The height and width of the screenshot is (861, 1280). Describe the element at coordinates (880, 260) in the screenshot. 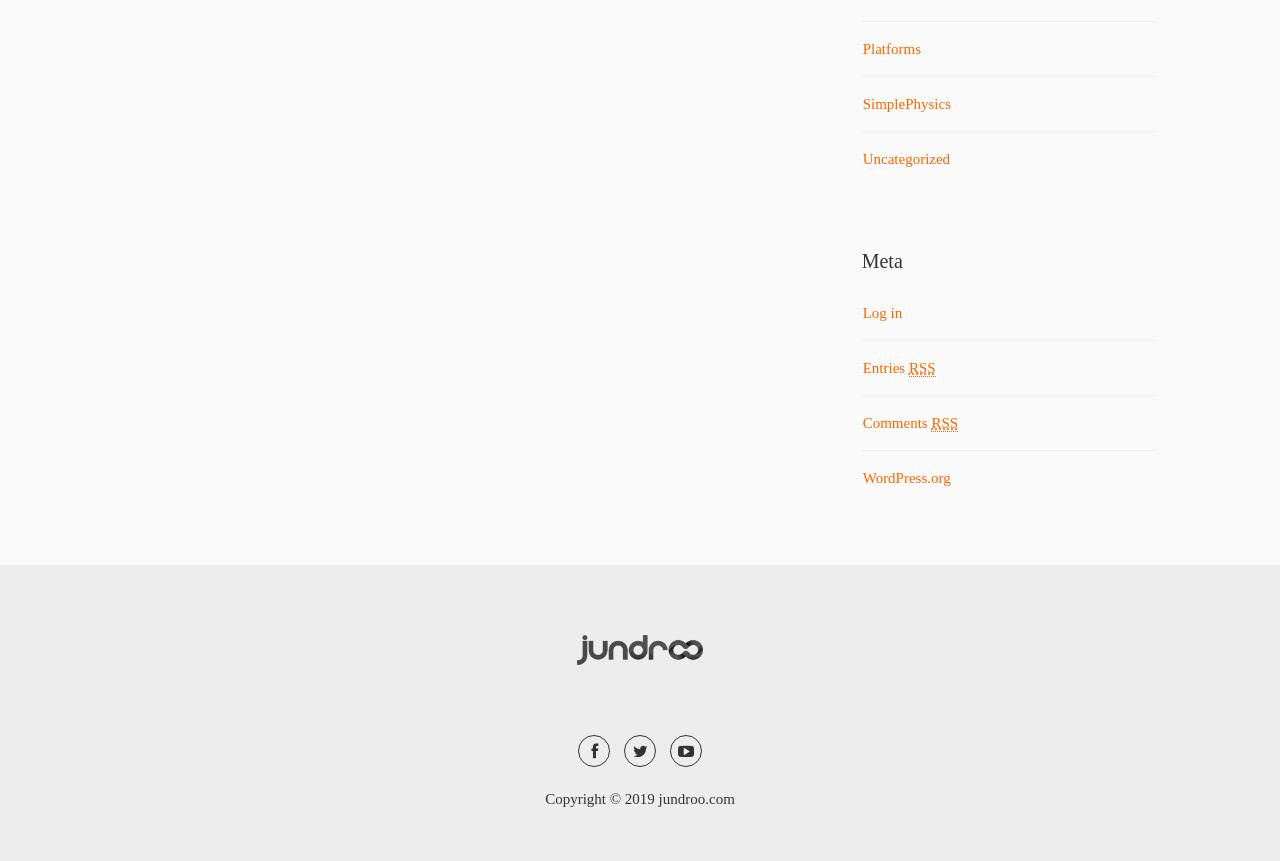

I see `'Meta'` at that location.